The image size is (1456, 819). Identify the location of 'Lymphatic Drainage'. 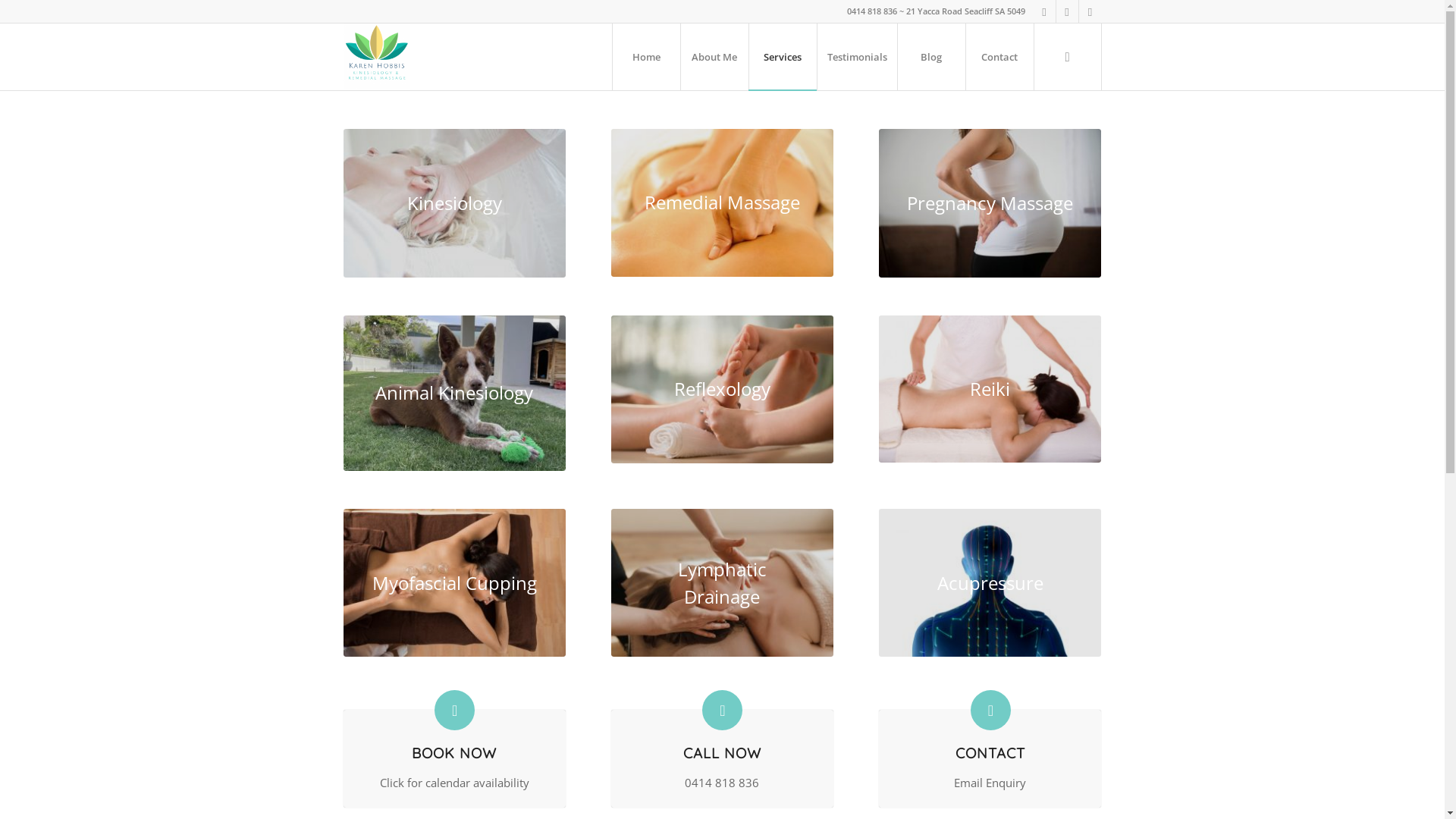
(721, 582).